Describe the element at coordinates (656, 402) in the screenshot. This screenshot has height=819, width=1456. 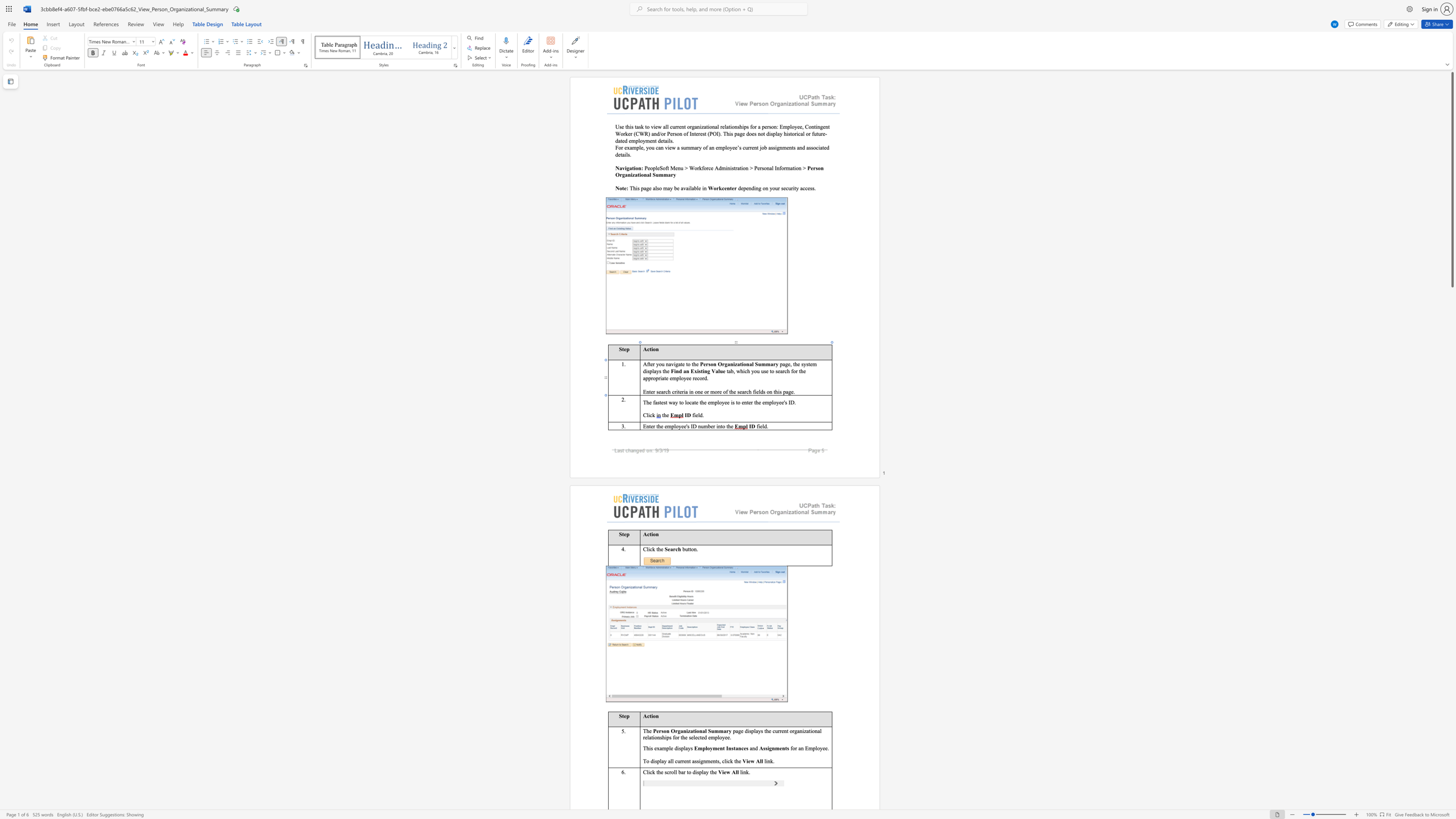
I see `the space between the continuous character "a" and "s" in the text` at that location.